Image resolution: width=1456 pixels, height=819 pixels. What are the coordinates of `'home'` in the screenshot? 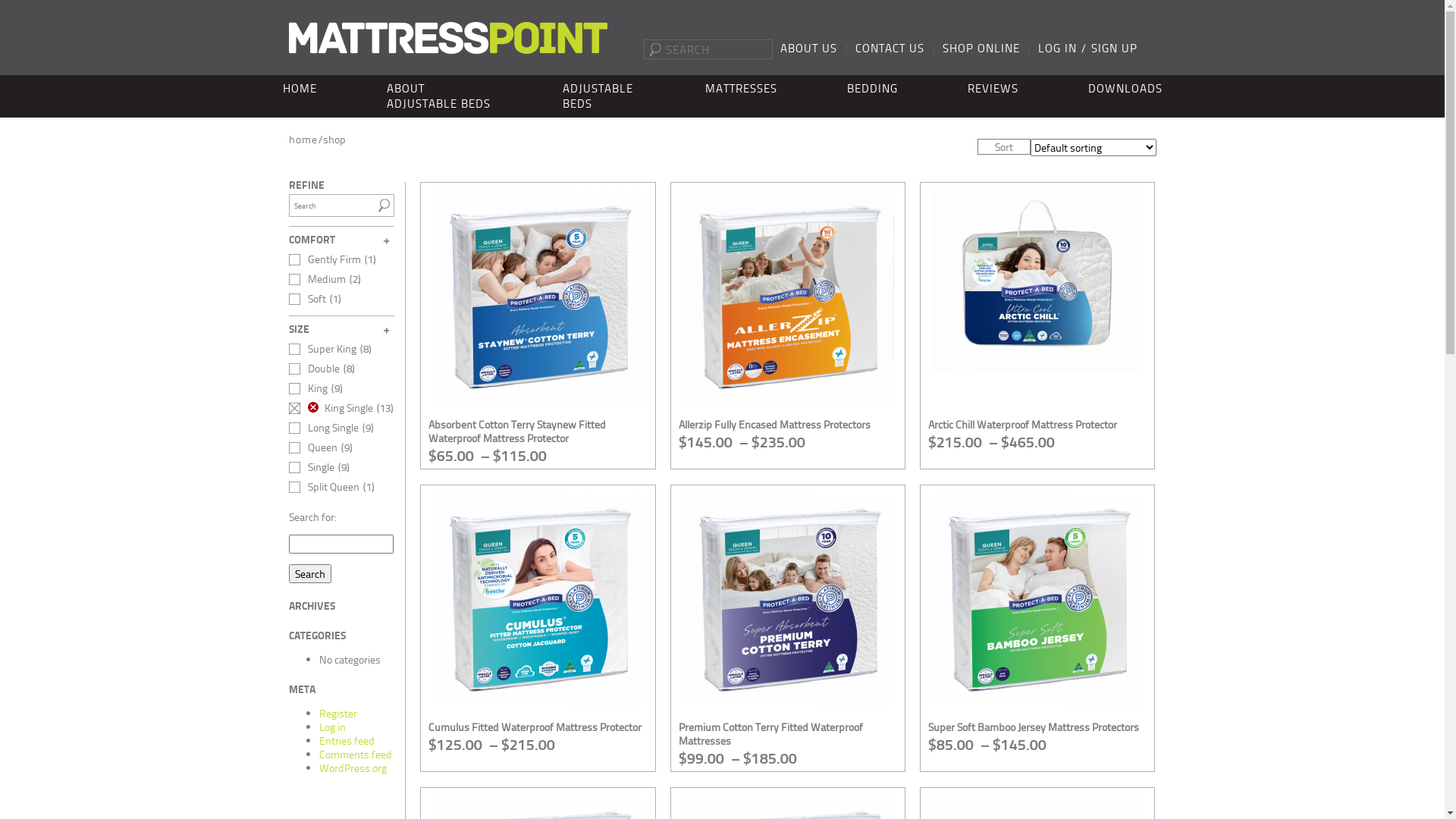 It's located at (302, 139).